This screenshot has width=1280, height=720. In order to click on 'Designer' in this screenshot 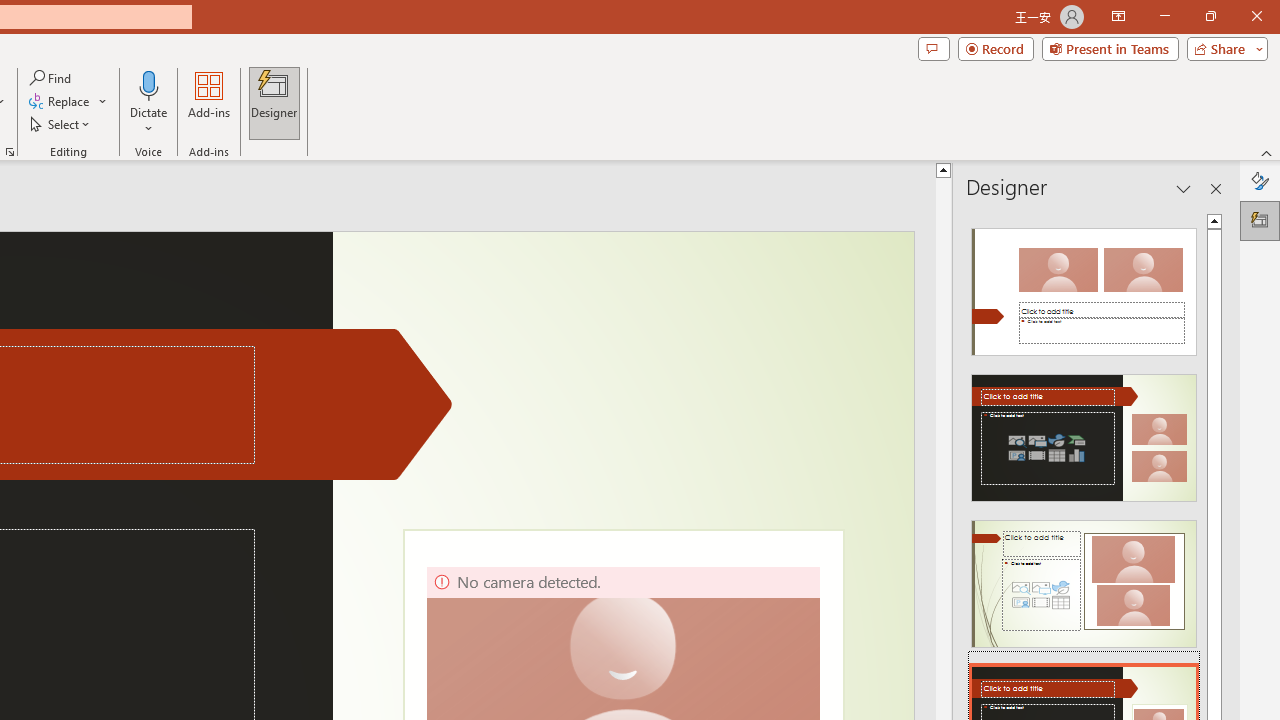, I will do `click(273, 103)`.